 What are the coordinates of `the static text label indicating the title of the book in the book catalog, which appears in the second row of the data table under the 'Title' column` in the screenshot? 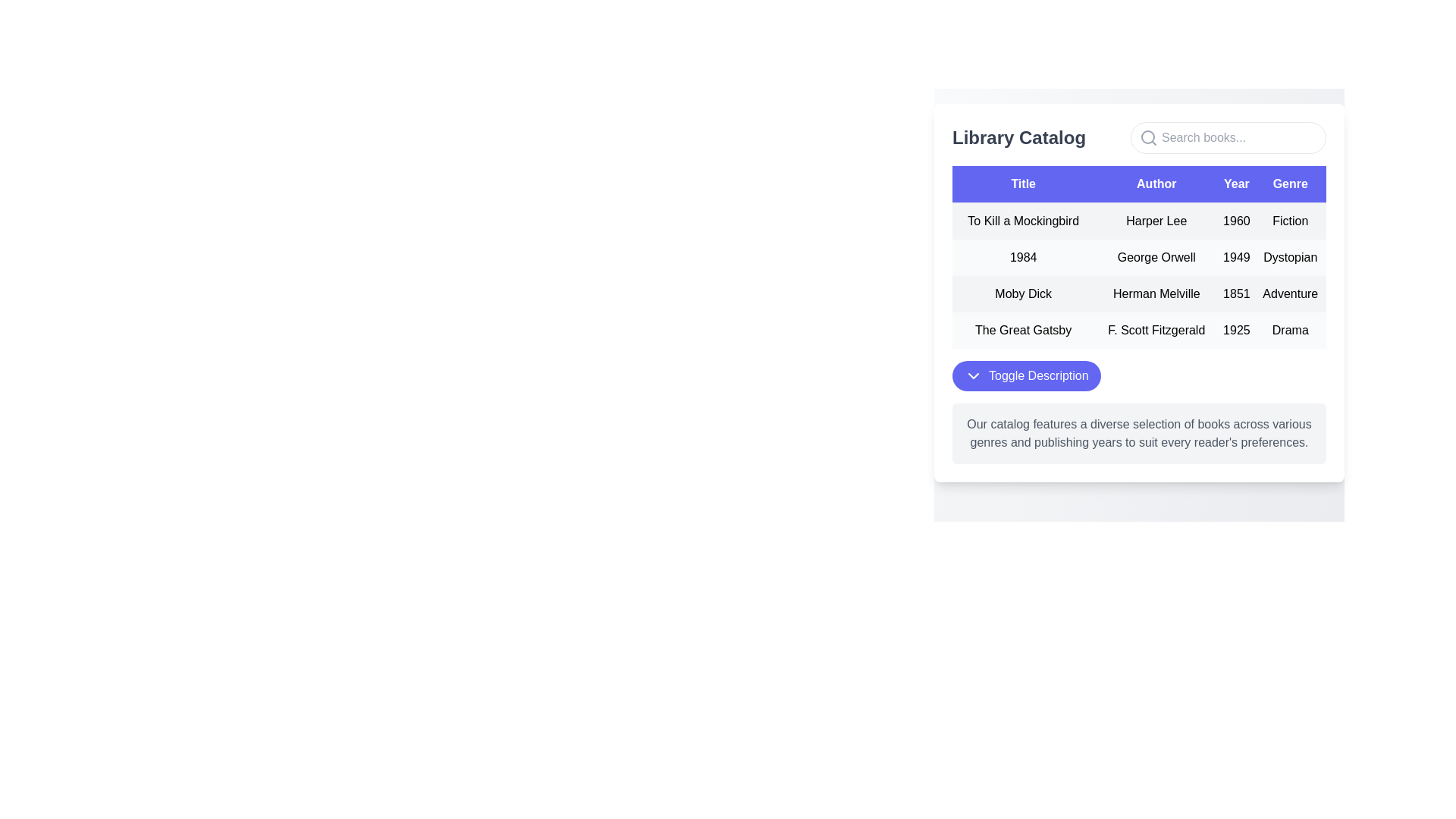 It's located at (1023, 294).